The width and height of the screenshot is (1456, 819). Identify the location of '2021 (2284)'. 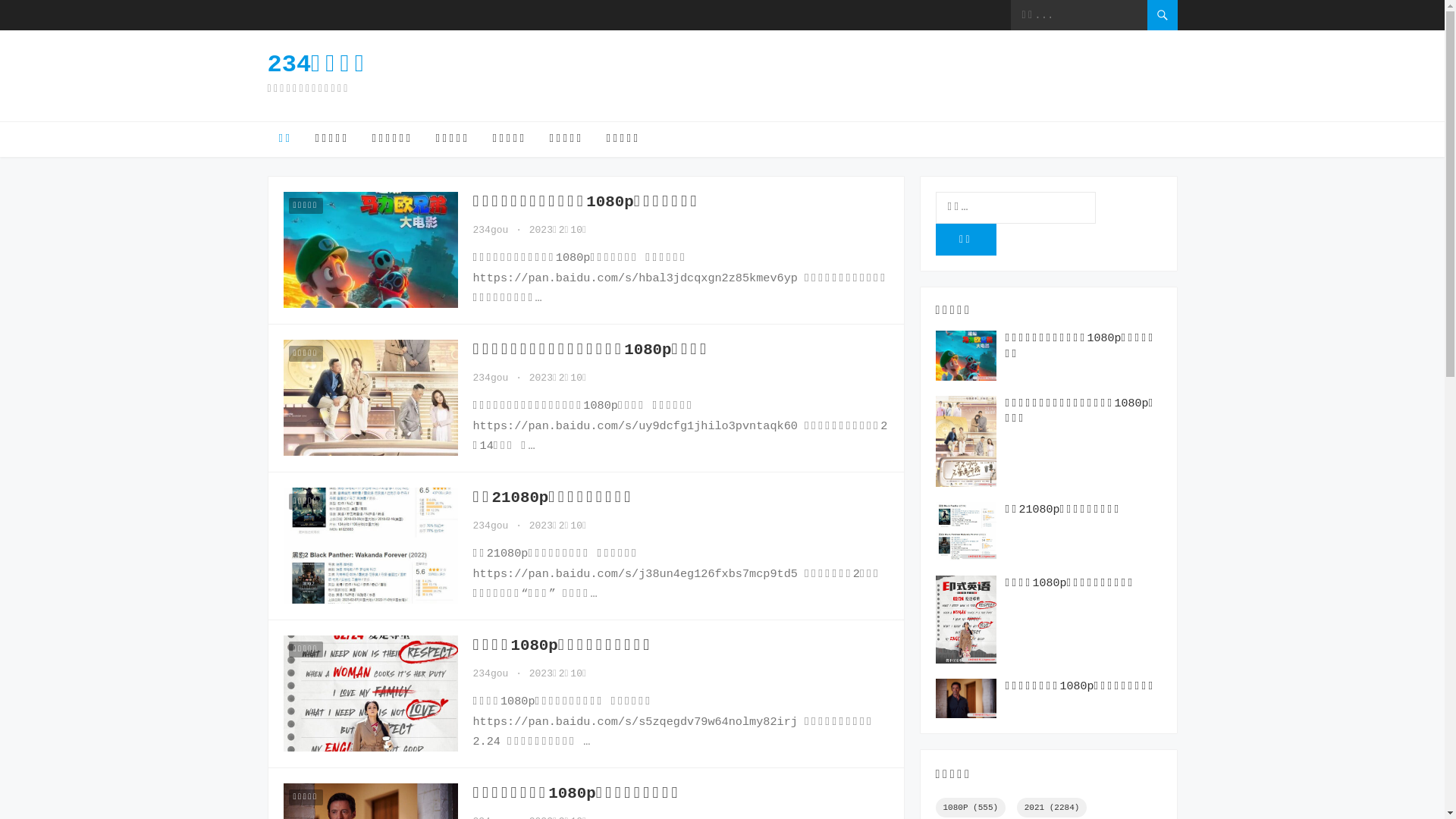
(1051, 806).